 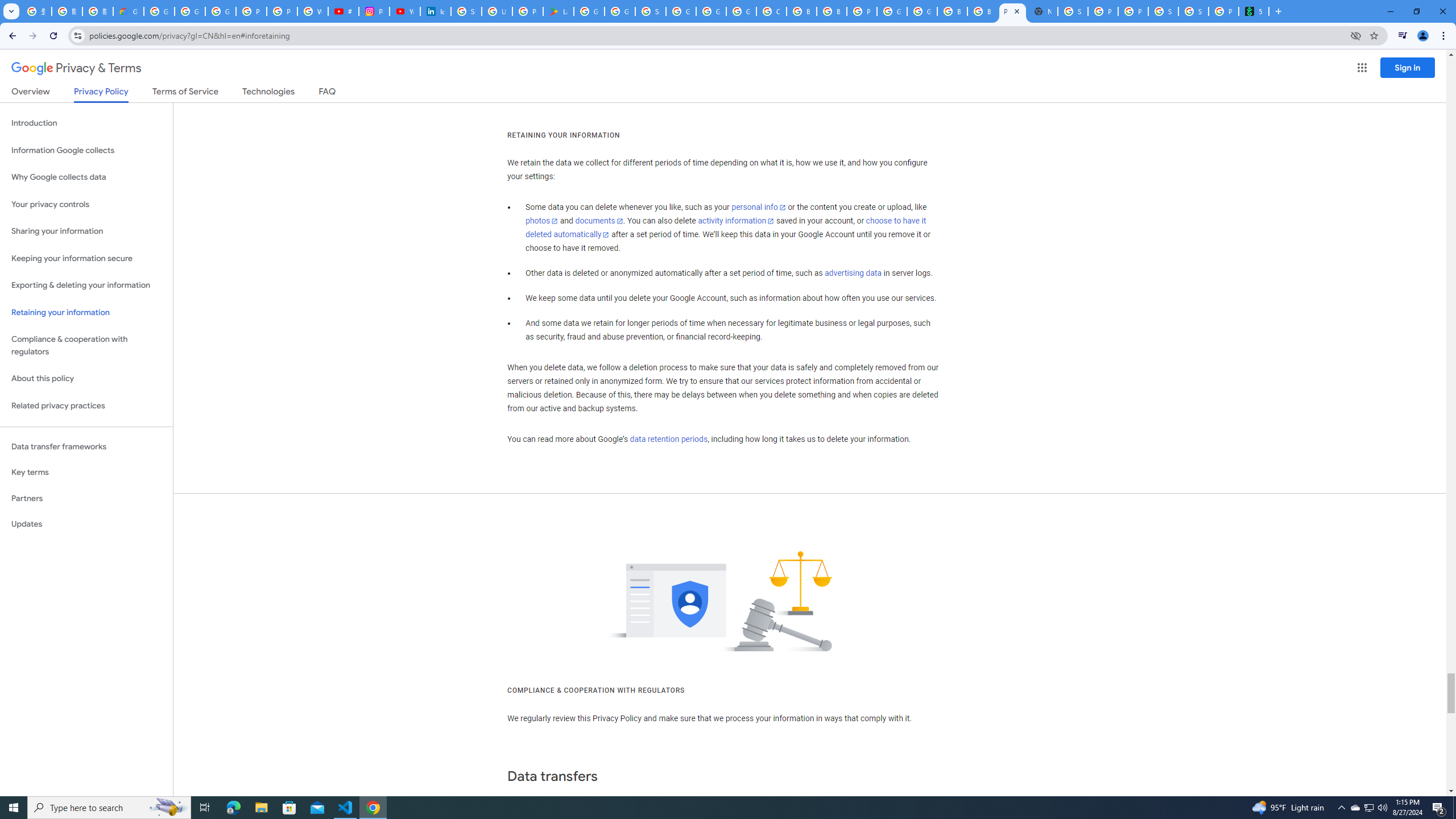 What do you see at coordinates (830, 11) in the screenshot?
I see `'Browse Chrome as a guest - Computer - Google Chrome Help'` at bounding box center [830, 11].